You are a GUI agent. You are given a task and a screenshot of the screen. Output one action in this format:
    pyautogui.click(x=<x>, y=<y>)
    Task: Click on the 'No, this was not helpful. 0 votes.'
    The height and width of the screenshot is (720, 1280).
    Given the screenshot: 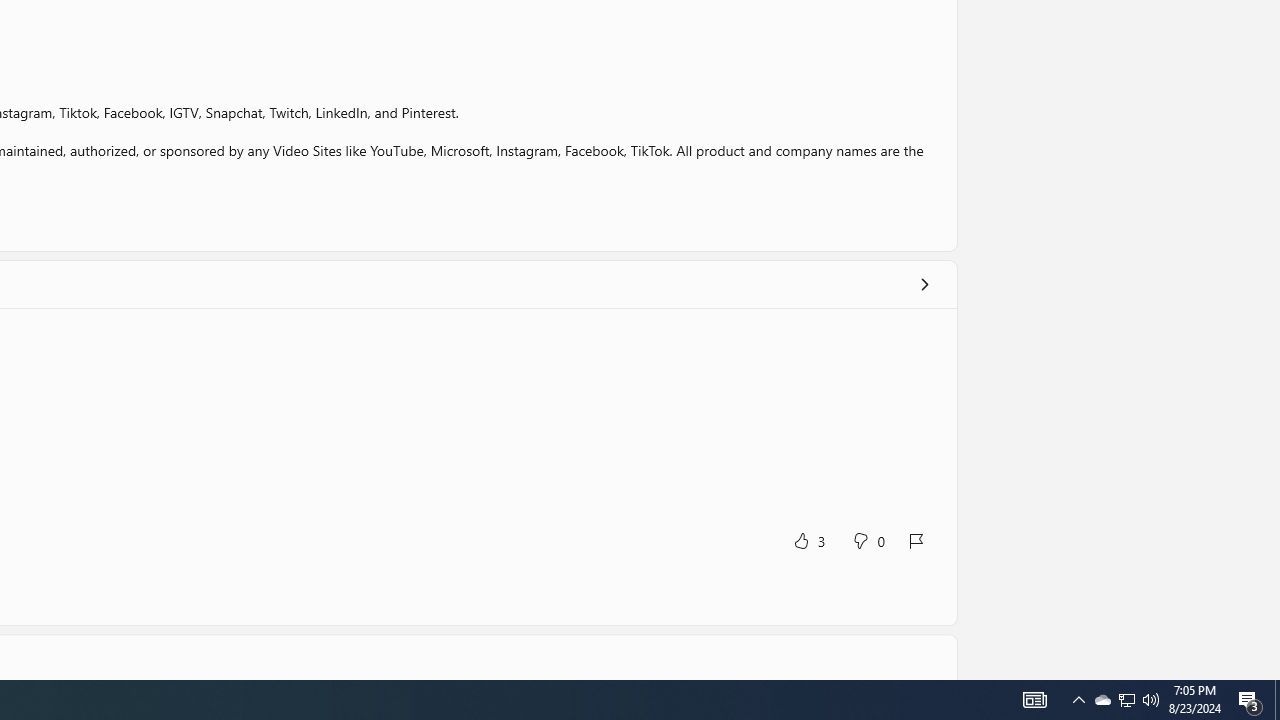 What is the action you would take?
    pyautogui.click(x=868, y=540)
    